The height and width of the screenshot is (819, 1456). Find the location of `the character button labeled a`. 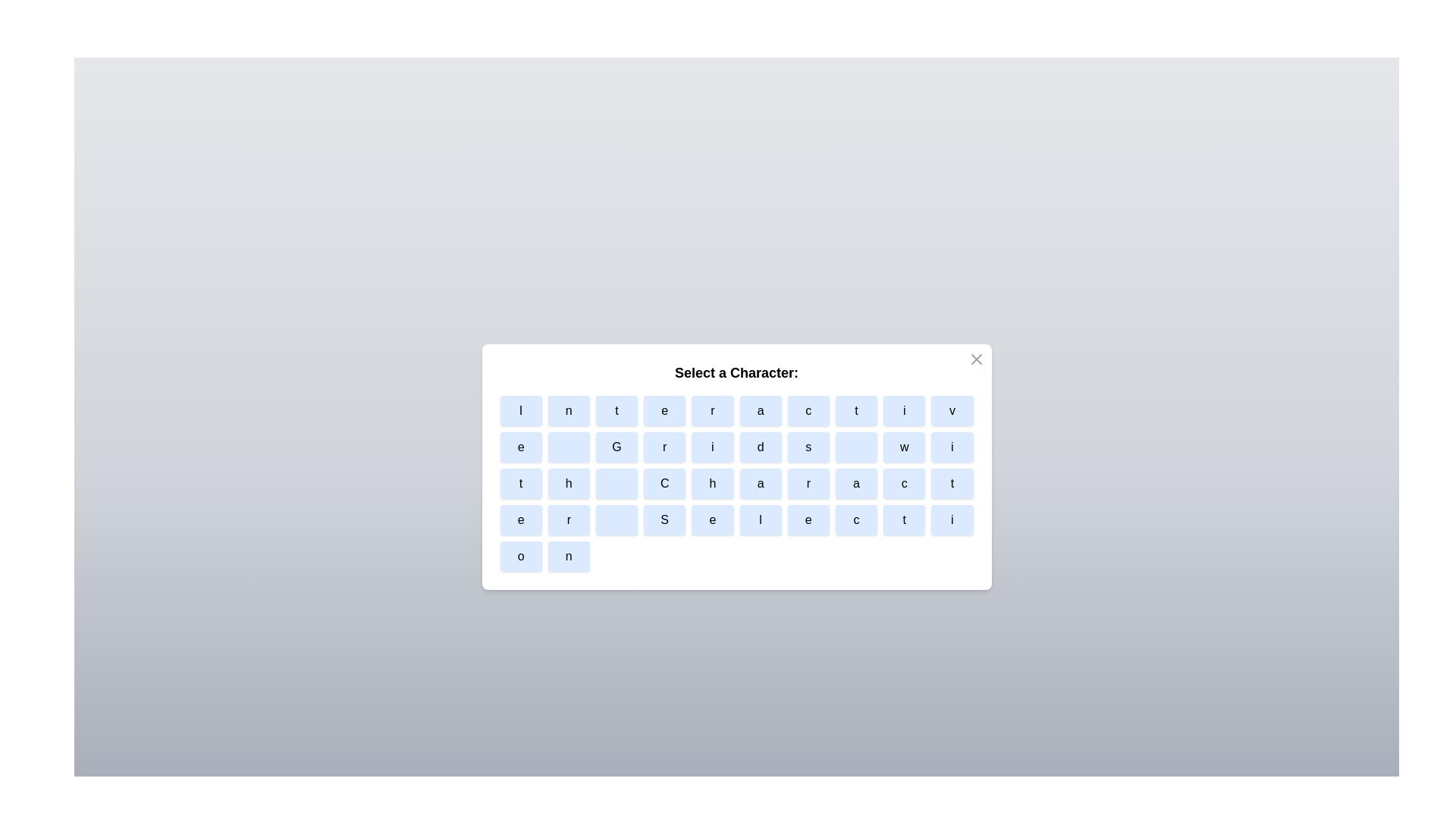

the character button labeled a is located at coordinates (761, 411).